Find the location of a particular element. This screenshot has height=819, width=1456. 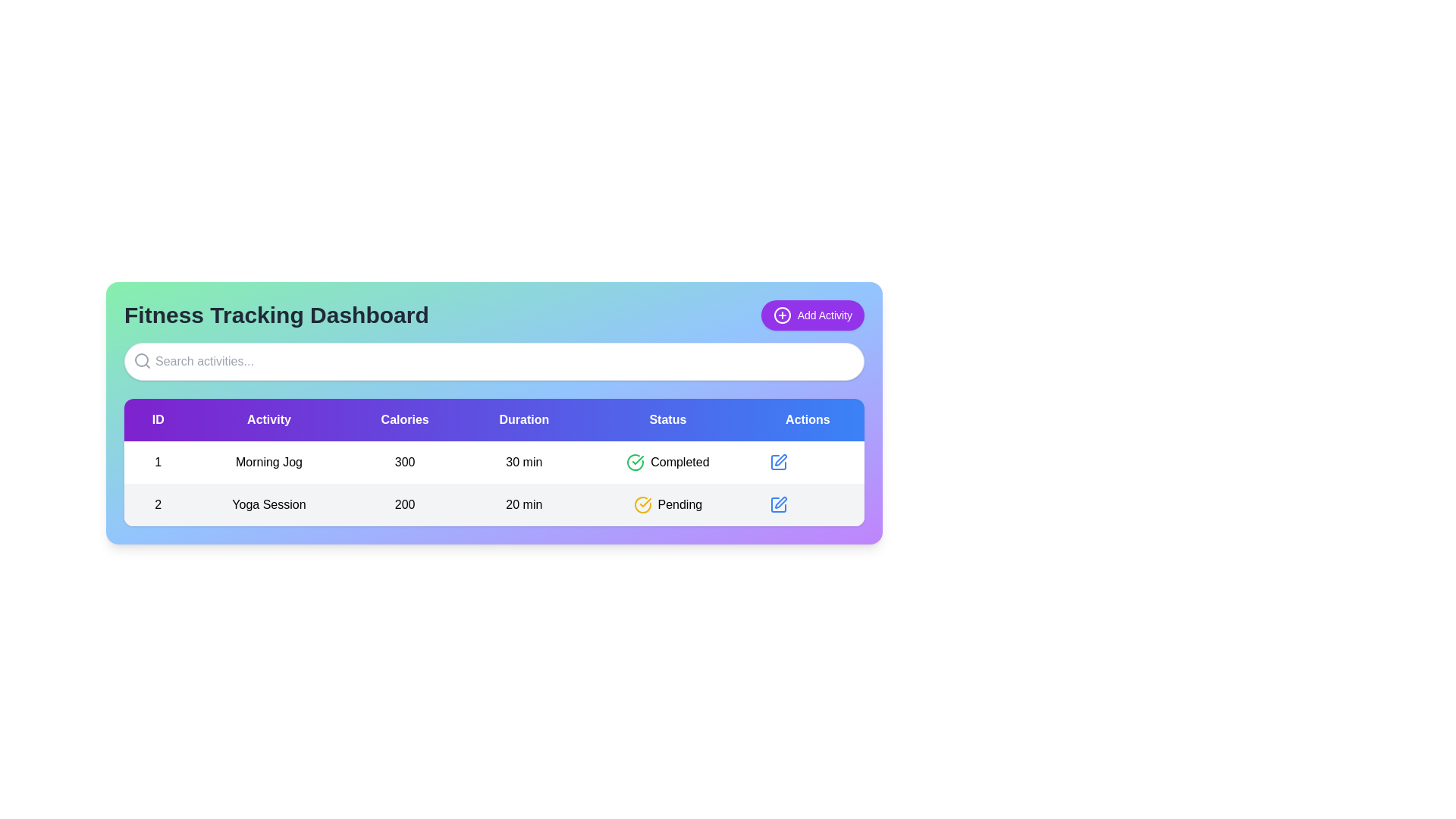

the 'Add Activity' button, which is a rounded rectangular button with a purple background and white text, located in the far right section of the 'Fitness Tracking Dashboard' header is located at coordinates (811, 315).